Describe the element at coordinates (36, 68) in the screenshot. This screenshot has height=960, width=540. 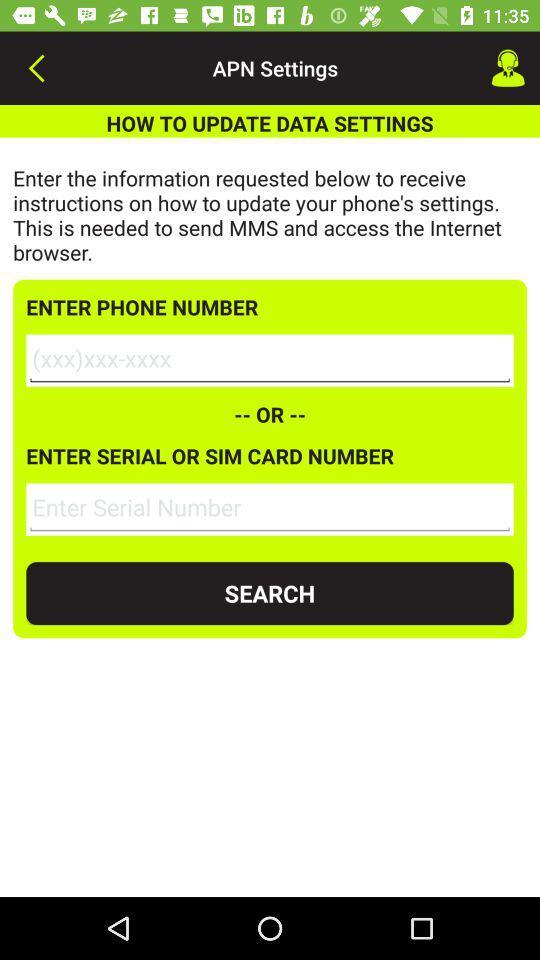
I see `the icon at the top left corner` at that location.